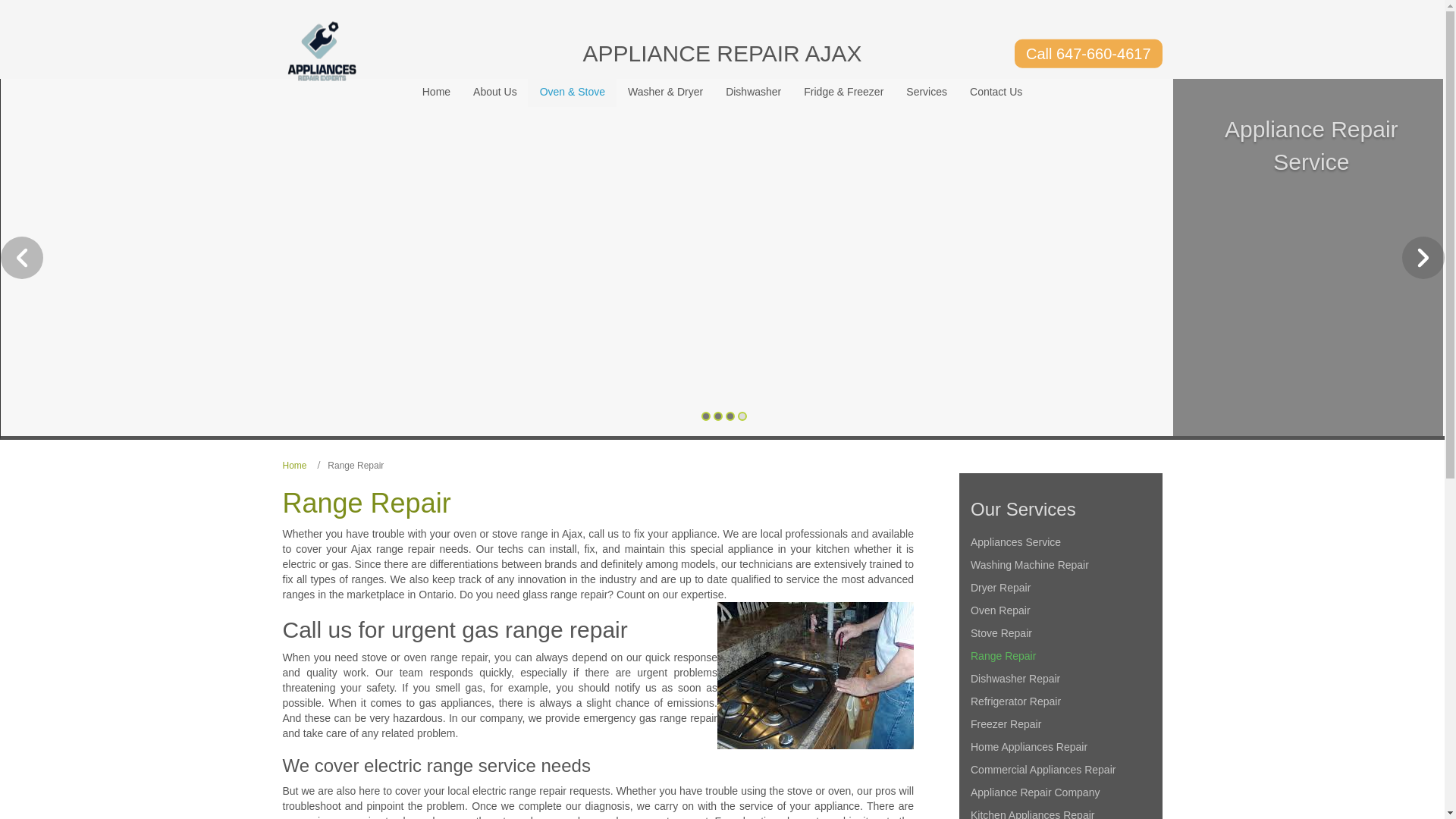 This screenshot has width=1456, height=819. I want to click on 'Refrigerator Repair', so click(1059, 701).